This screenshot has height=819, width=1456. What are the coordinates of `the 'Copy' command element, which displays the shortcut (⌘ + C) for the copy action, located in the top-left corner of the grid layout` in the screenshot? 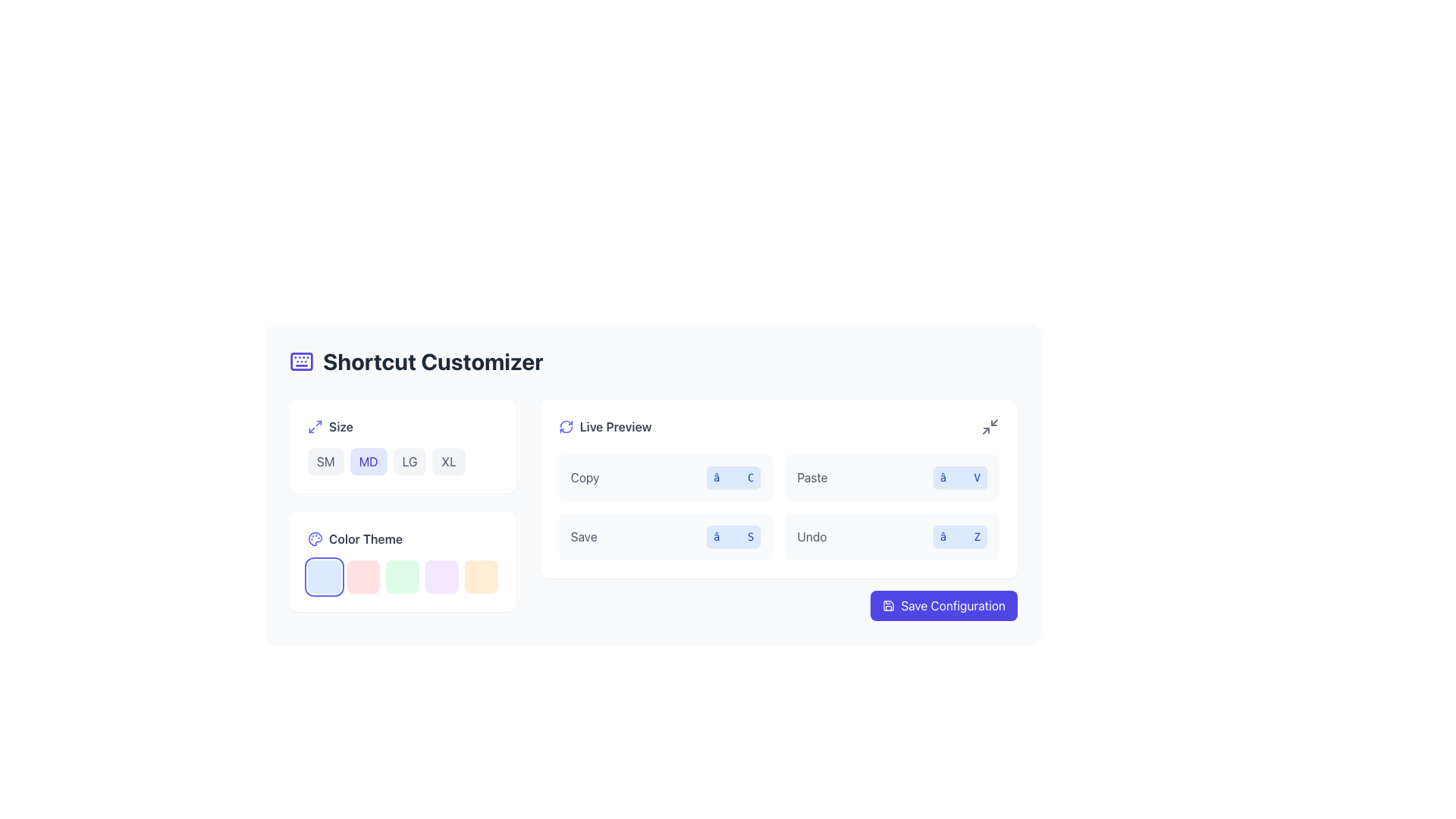 It's located at (666, 476).